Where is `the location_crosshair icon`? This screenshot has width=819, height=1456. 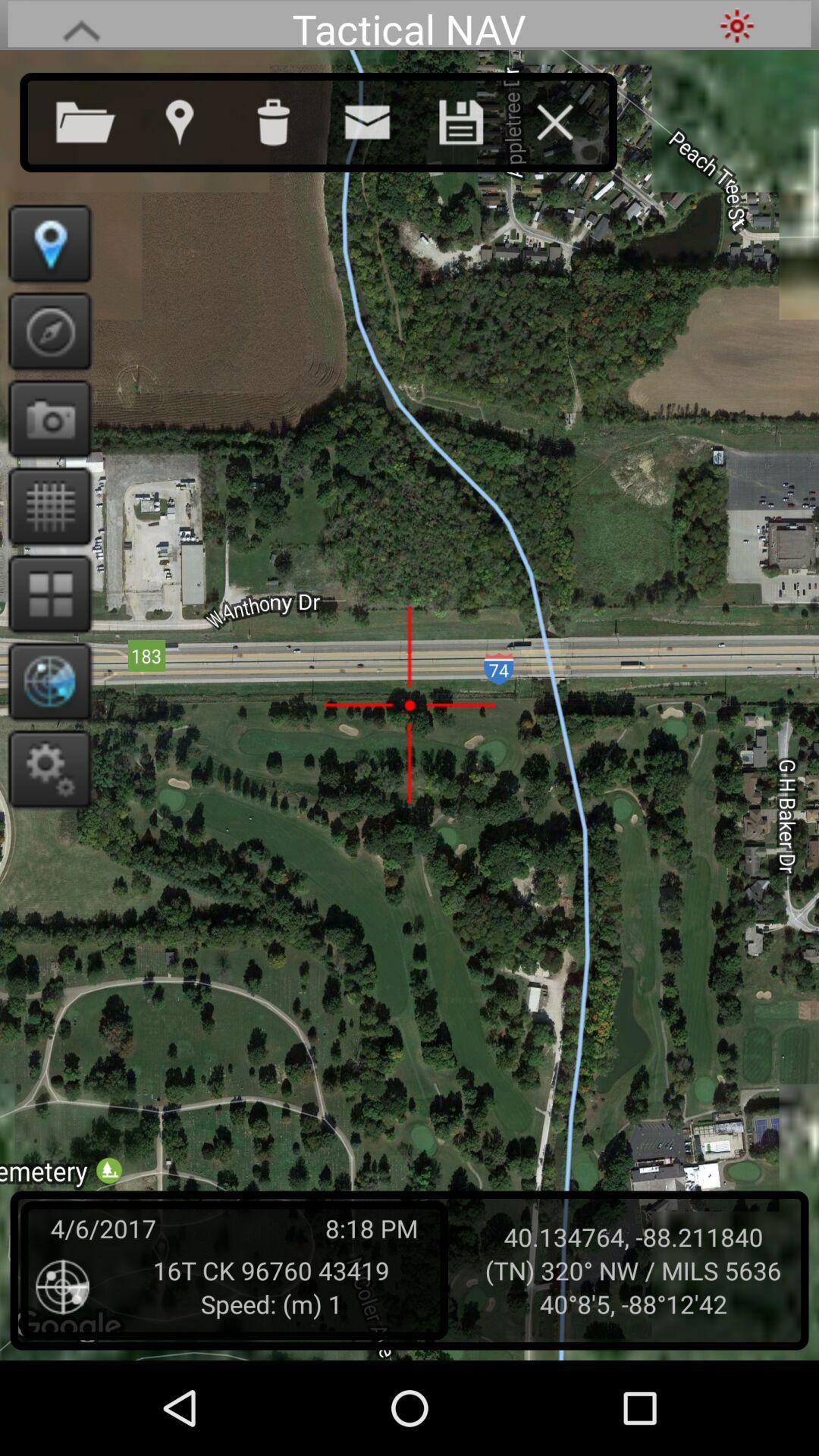
the location_crosshair icon is located at coordinates (61, 1377).